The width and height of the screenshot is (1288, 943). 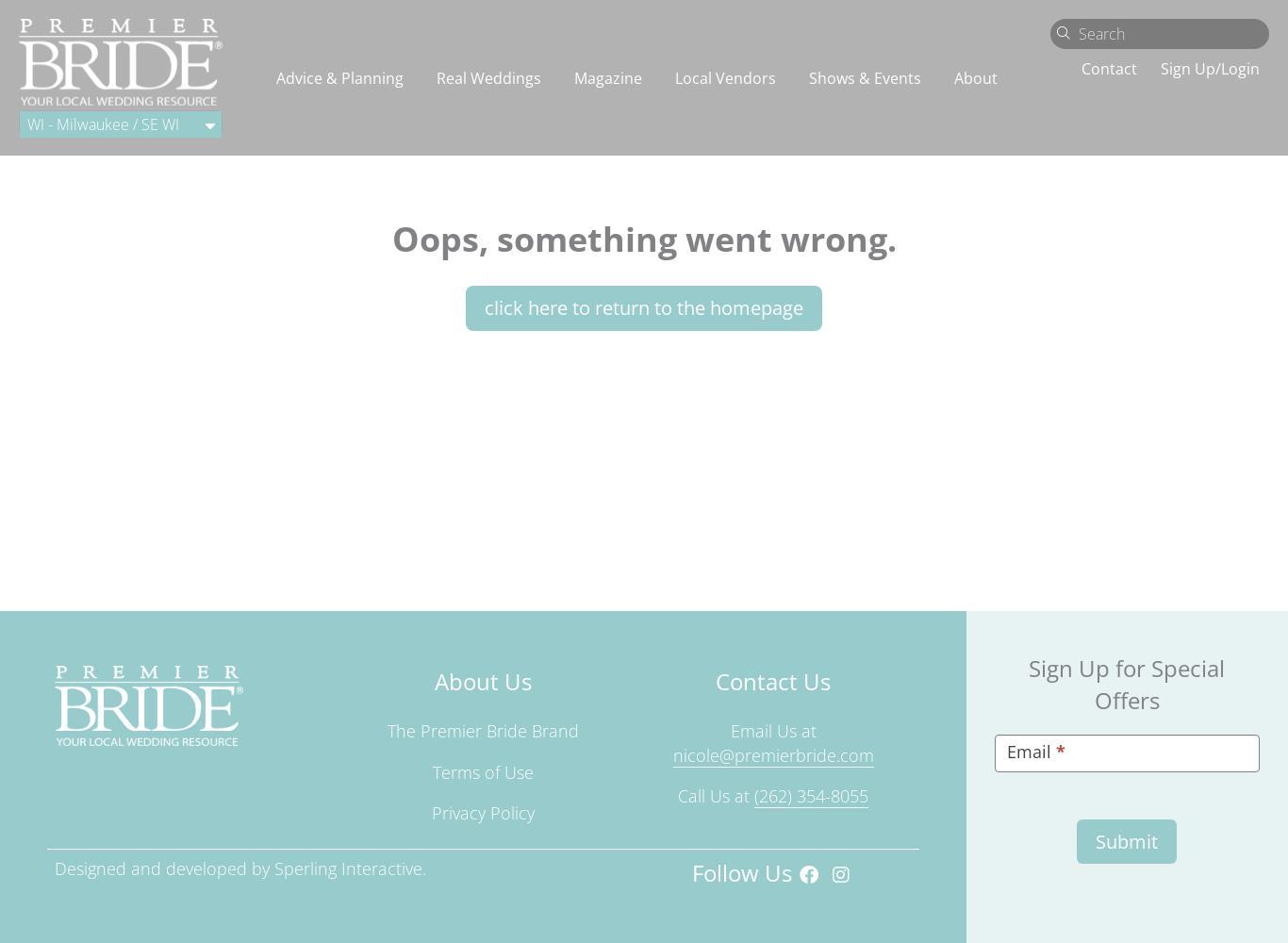 What do you see at coordinates (733, 181) in the screenshot?
I see `'Housing - Financial'` at bounding box center [733, 181].